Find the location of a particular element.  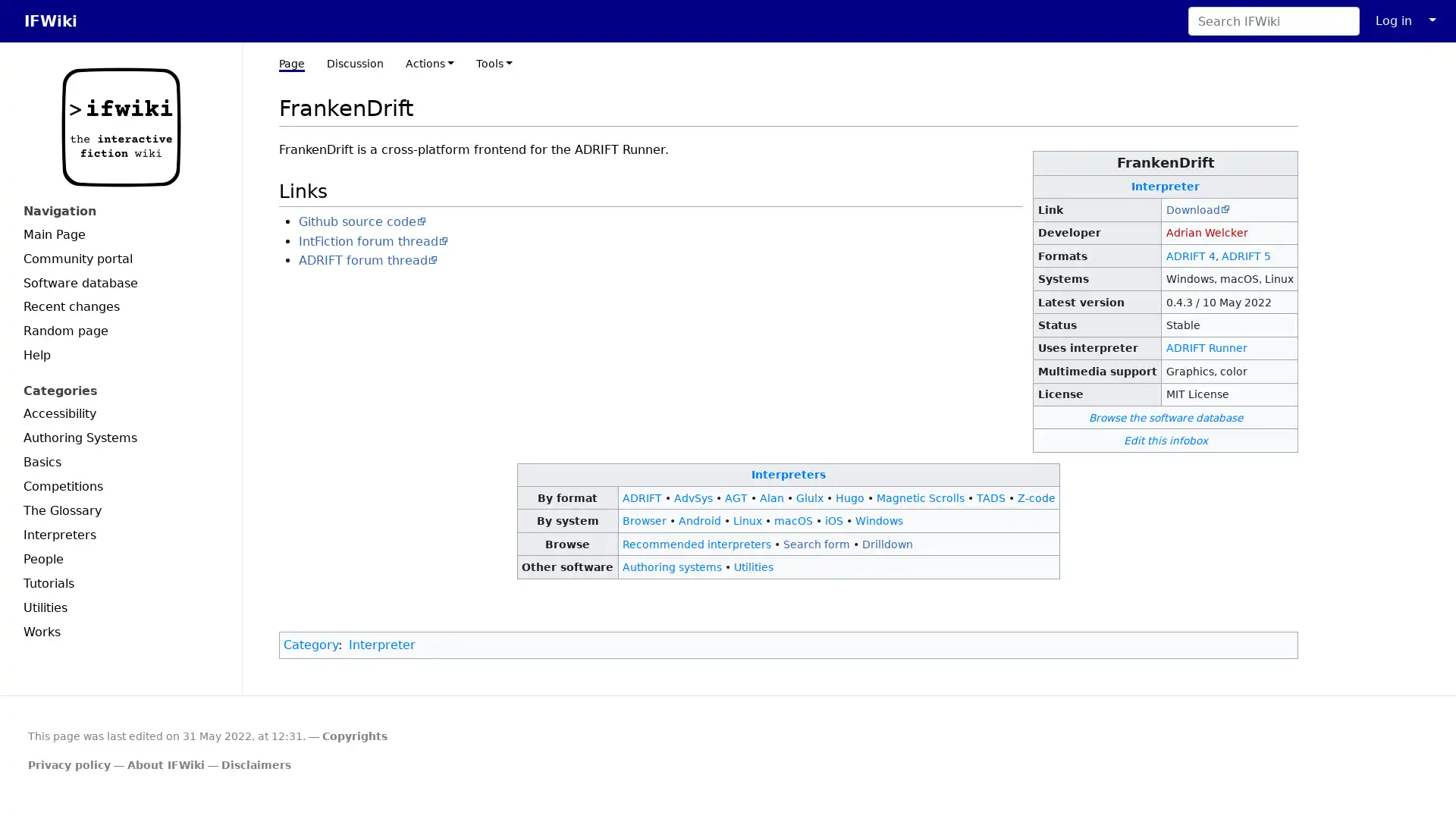

Log in is located at coordinates (1394, 20).